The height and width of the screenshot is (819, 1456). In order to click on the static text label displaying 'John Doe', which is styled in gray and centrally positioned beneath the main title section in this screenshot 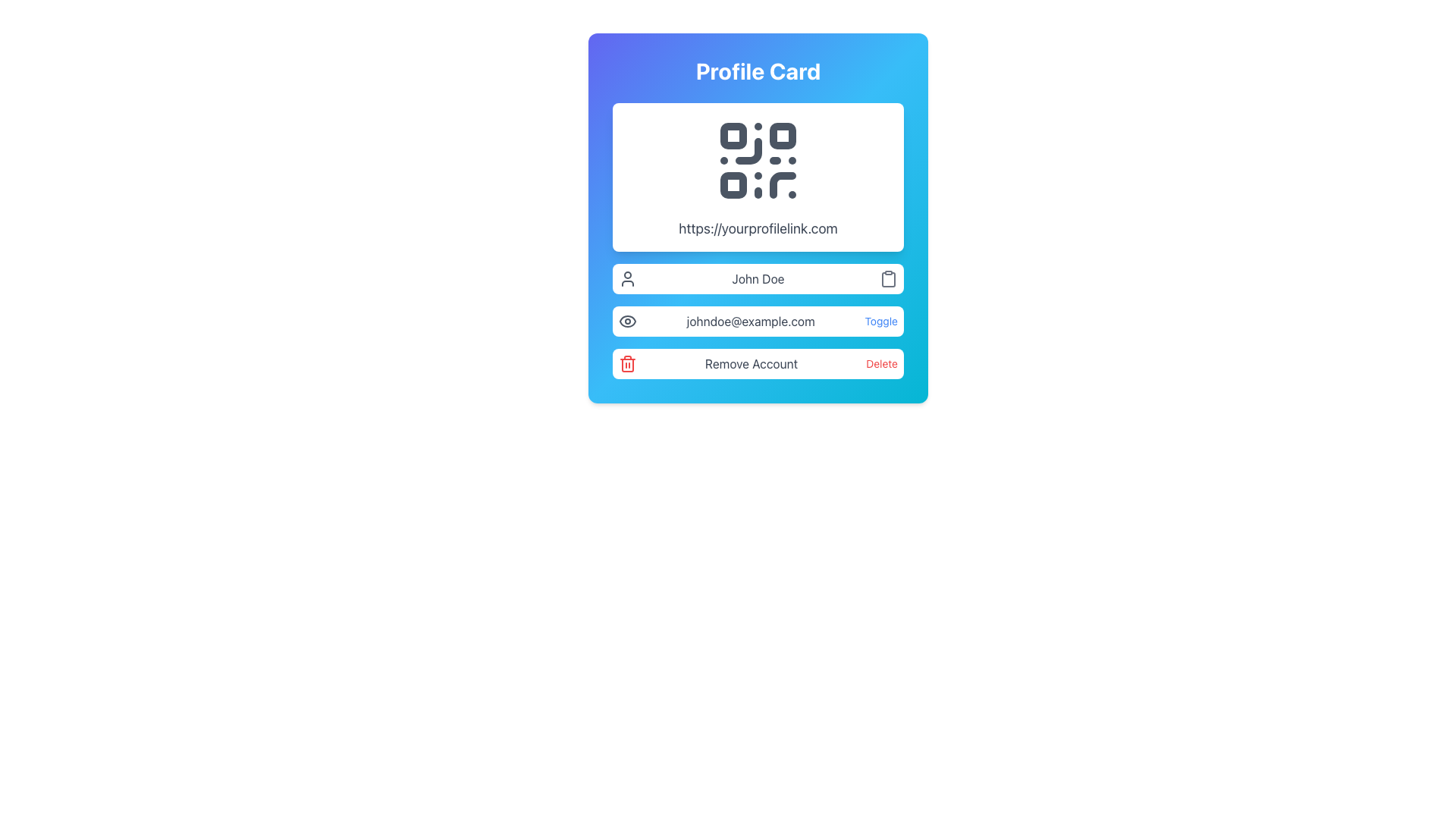, I will do `click(758, 278)`.